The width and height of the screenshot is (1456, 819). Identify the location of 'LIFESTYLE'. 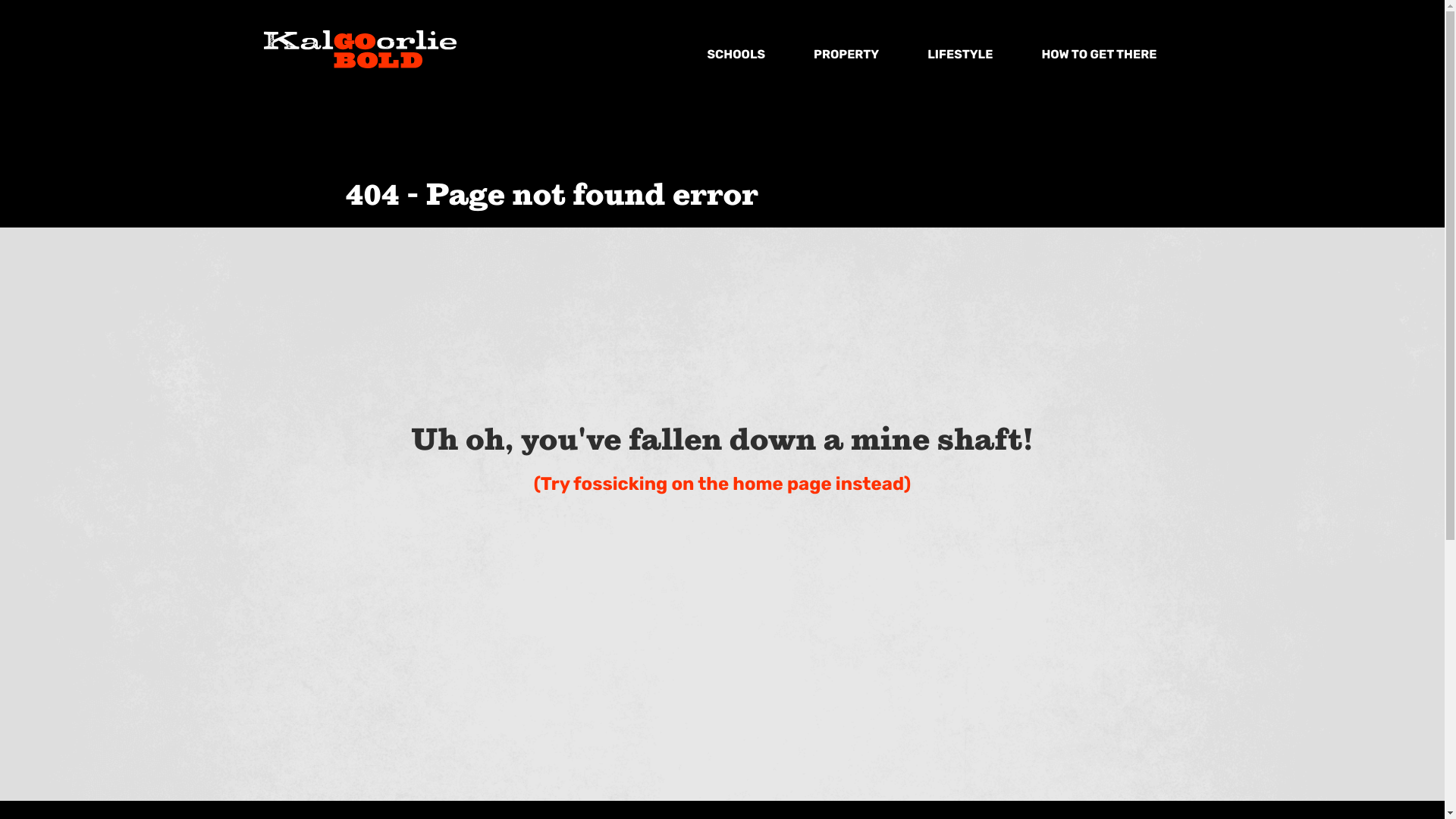
(959, 55).